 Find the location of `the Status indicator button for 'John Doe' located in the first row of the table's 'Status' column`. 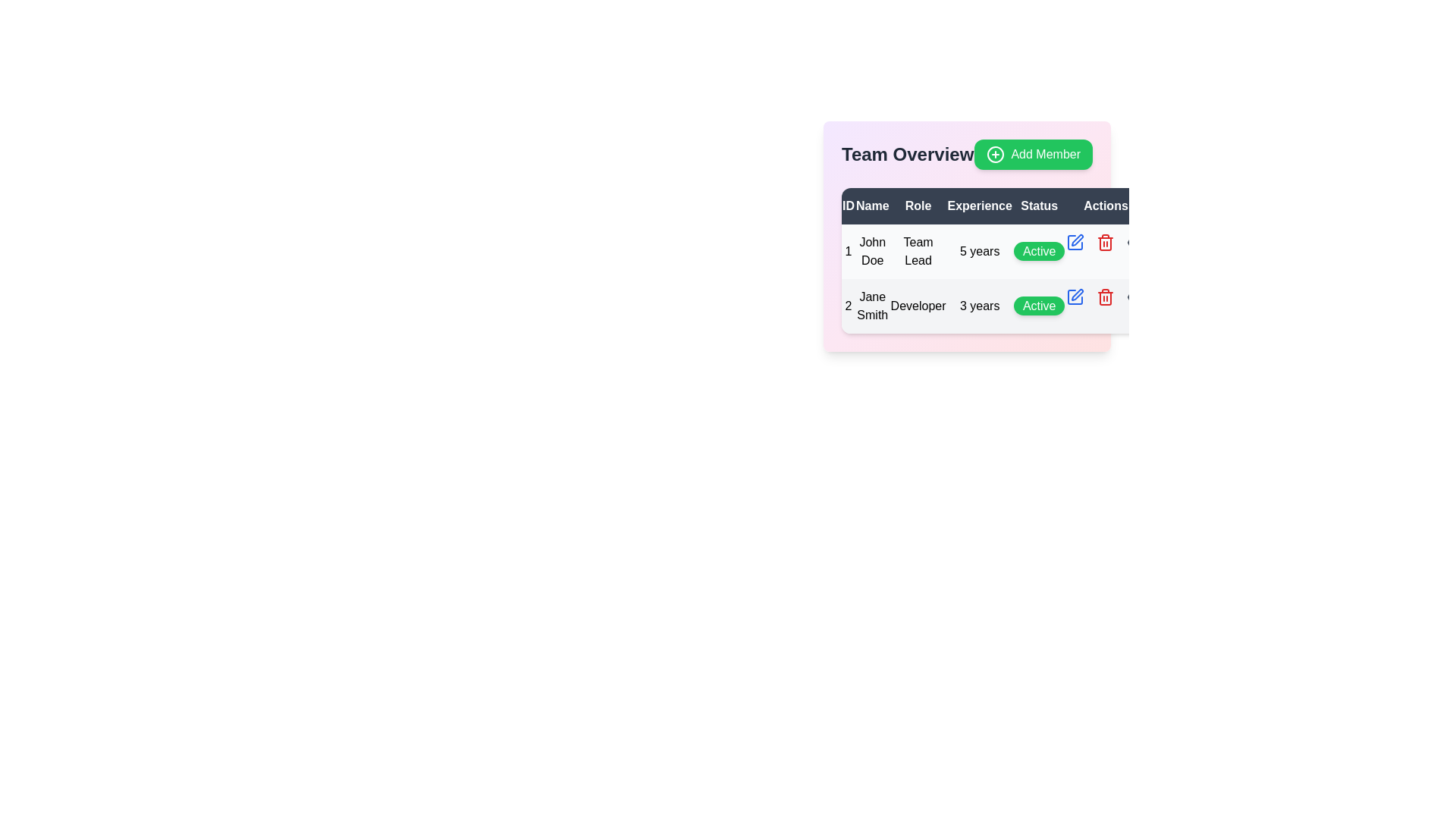

the Status indicator button for 'John Doe' located in the first row of the table's 'Status' column is located at coordinates (1038, 250).